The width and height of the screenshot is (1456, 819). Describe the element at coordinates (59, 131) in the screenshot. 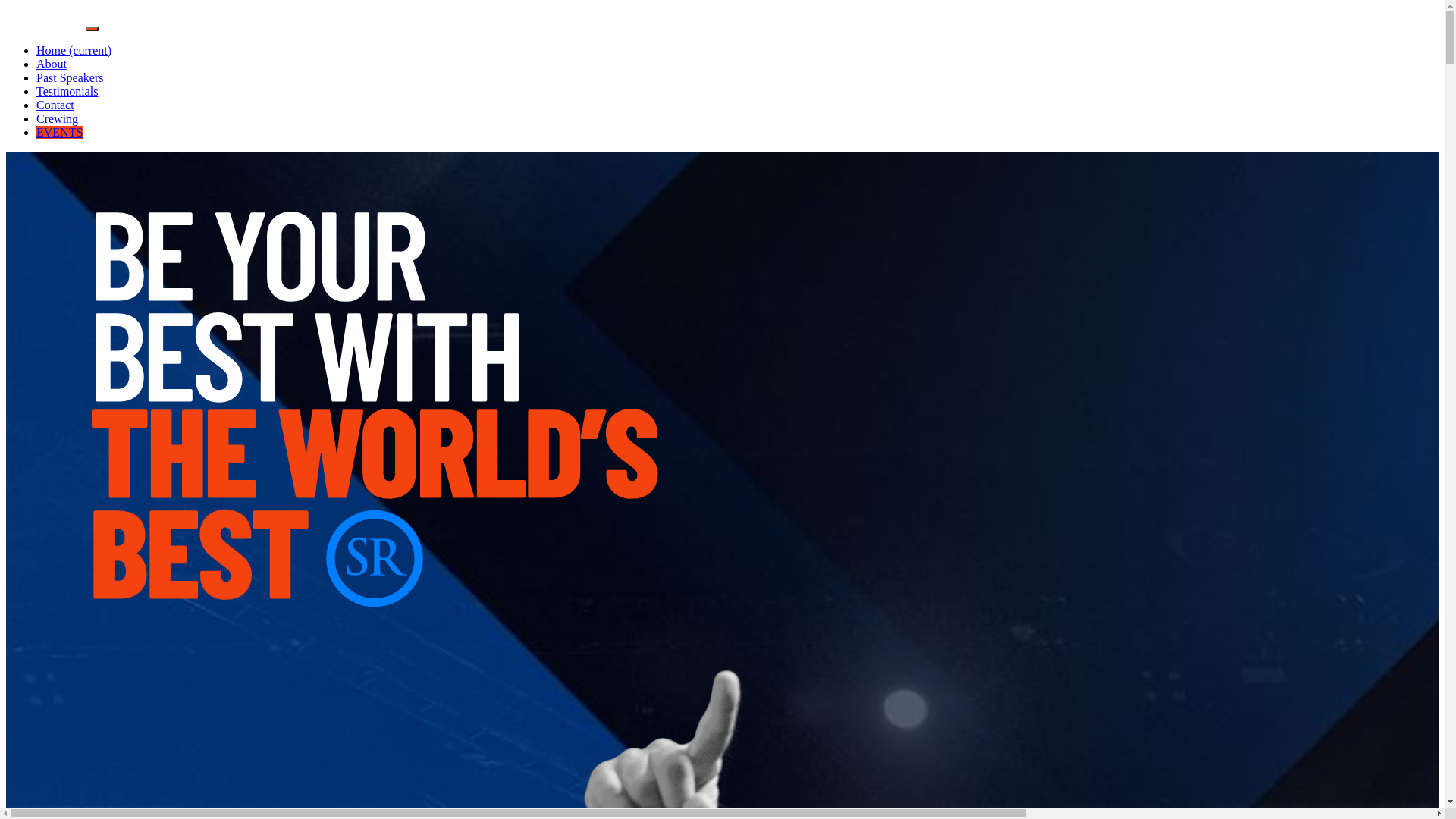

I see `'EVENTS'` at that location.